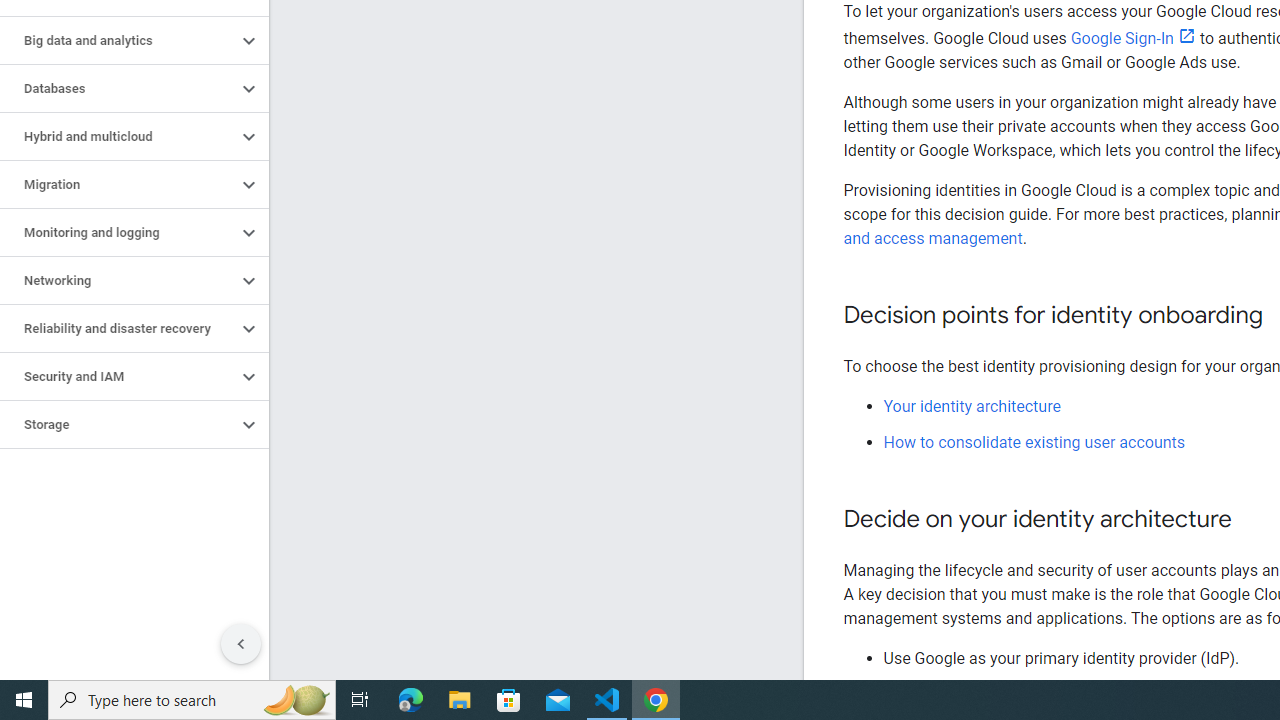 The image size is (1280, 720). I want to click on 'Migration', so click(117, 185).